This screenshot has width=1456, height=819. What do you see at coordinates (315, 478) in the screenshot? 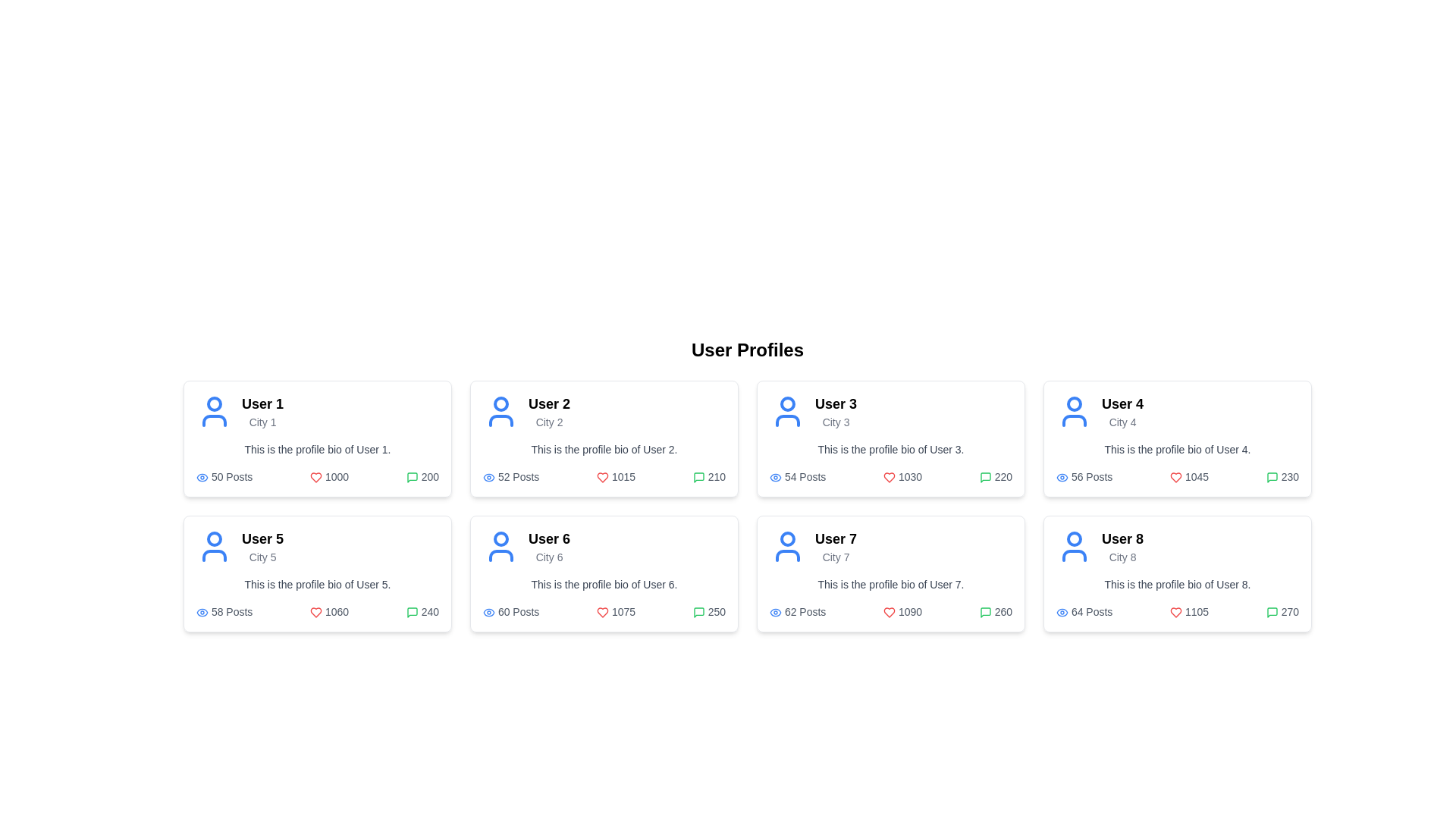
I see `the heart icon in the top-left corner of User 1's profile card, which symbolizes likes or favorites` at bounding box center [315, 478].